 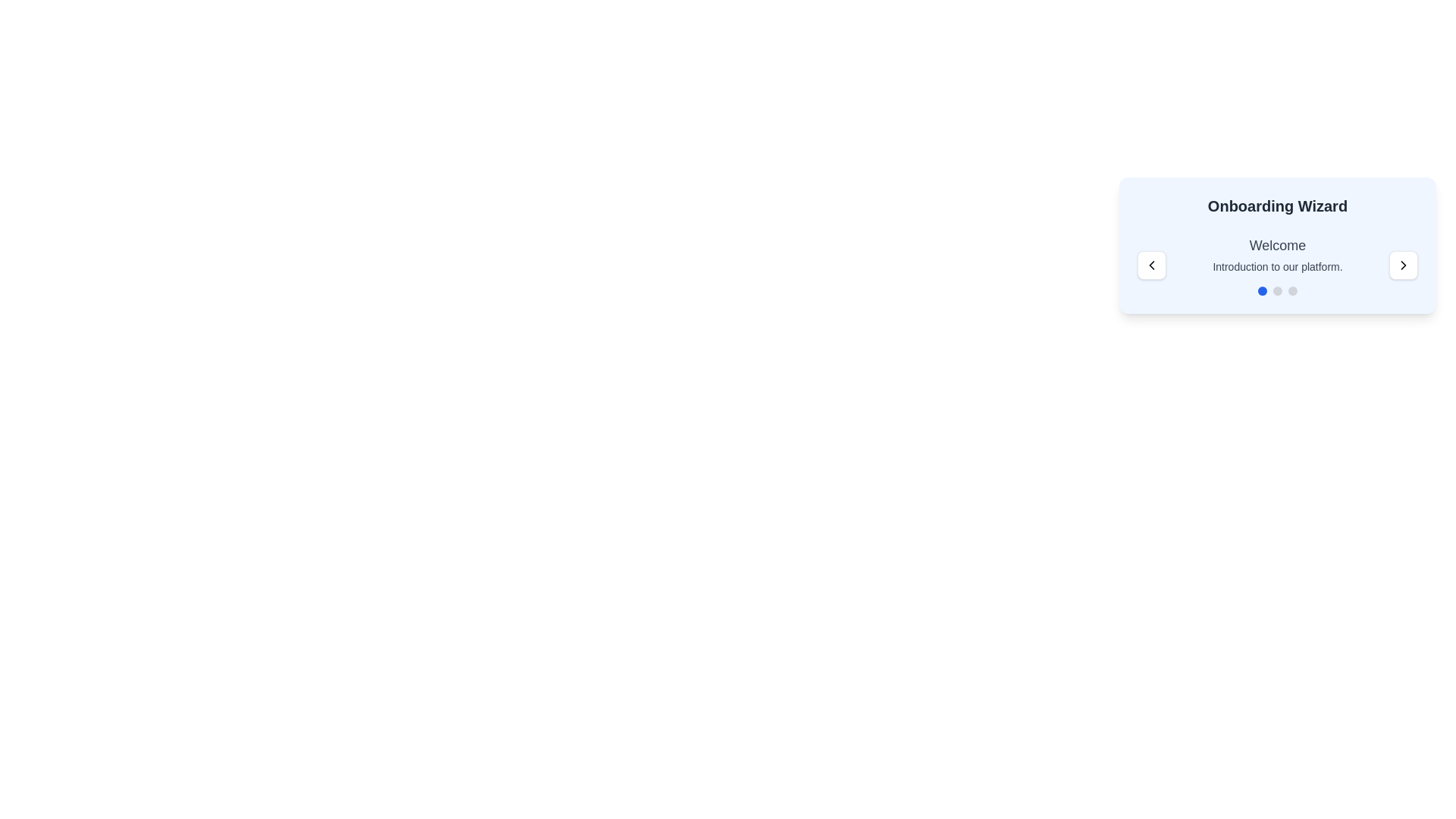 I want to click on the third circular navigation indicator in the Onboarding Wizard interface, so click(x=1291, y=291).